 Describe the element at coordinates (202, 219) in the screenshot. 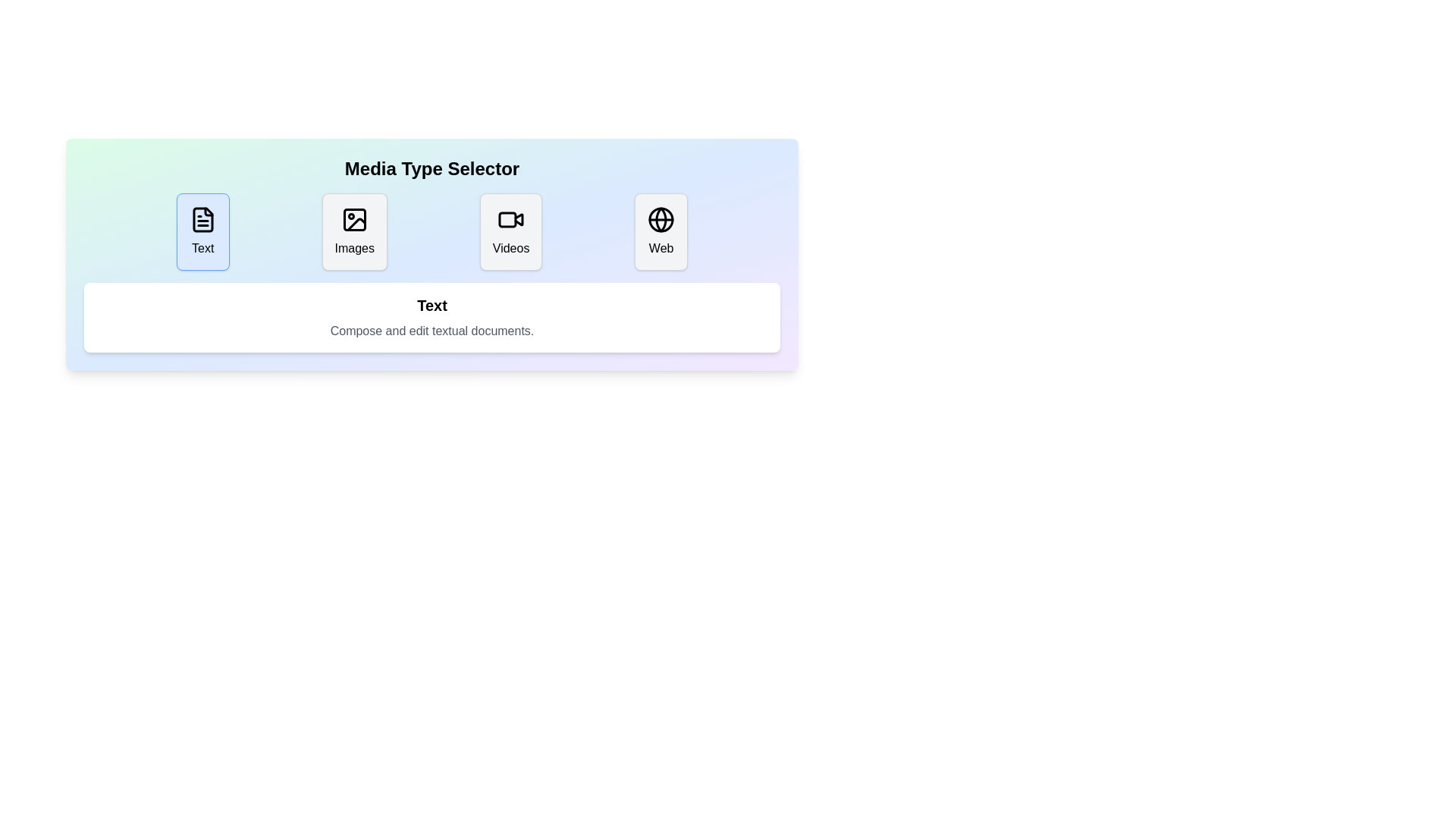

I see `the document icon, which is an SVG-based vector graphic with a black outline and a transparent background, located within the leftmost button of a horizontally aligned set of four buttons` at that location.